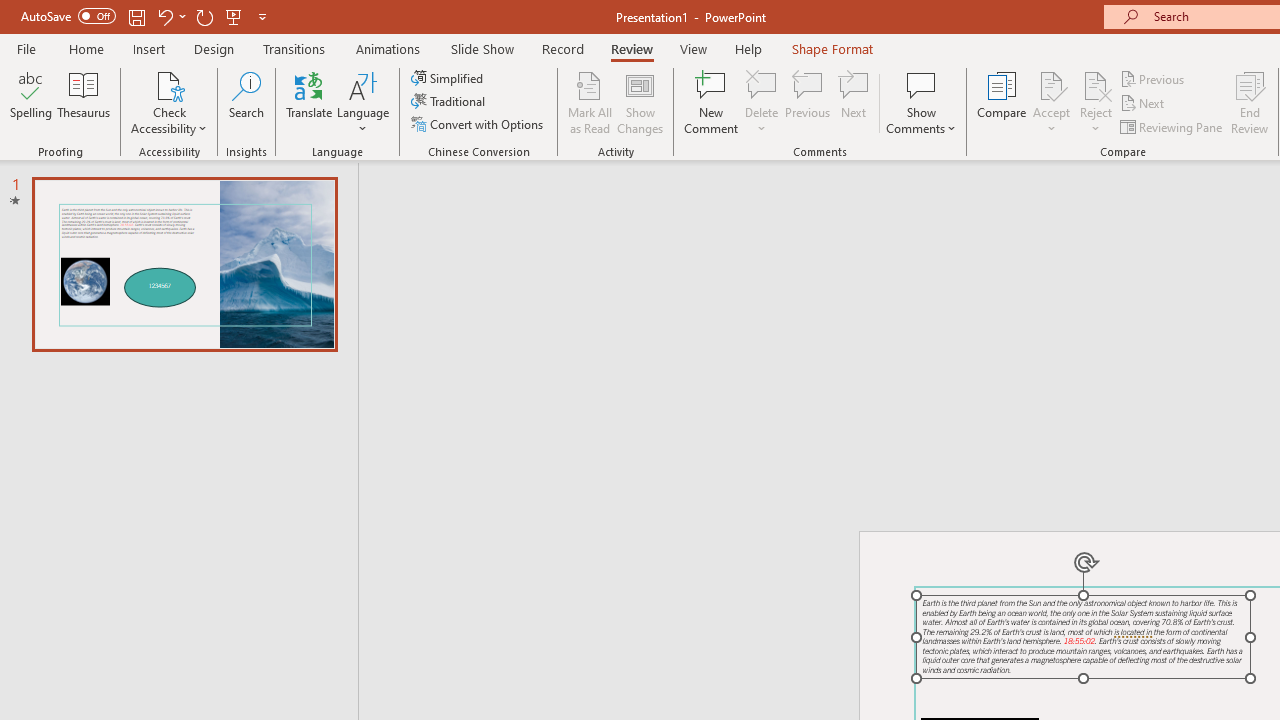 The width and height of the screenshot is (1280, 720). What do you see at coordinates (1144, 103) in the screenshot?
I see `'Next'` at bounding box center [1144, 103].